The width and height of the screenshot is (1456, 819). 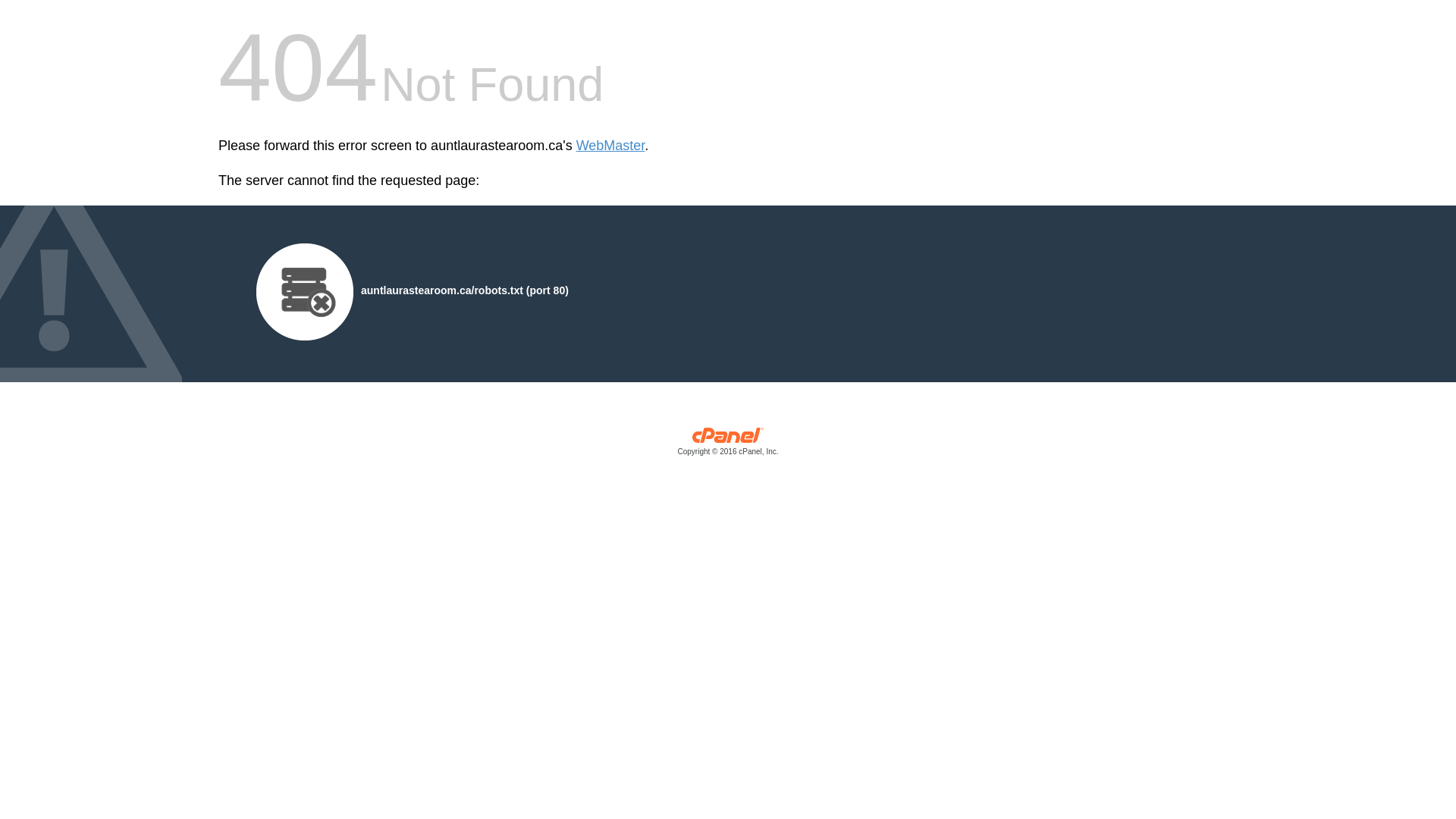 What do you see at coordinates (610, 146) in the screenshot?
I see `'WebMaster'` at bounding box center [610, 146].